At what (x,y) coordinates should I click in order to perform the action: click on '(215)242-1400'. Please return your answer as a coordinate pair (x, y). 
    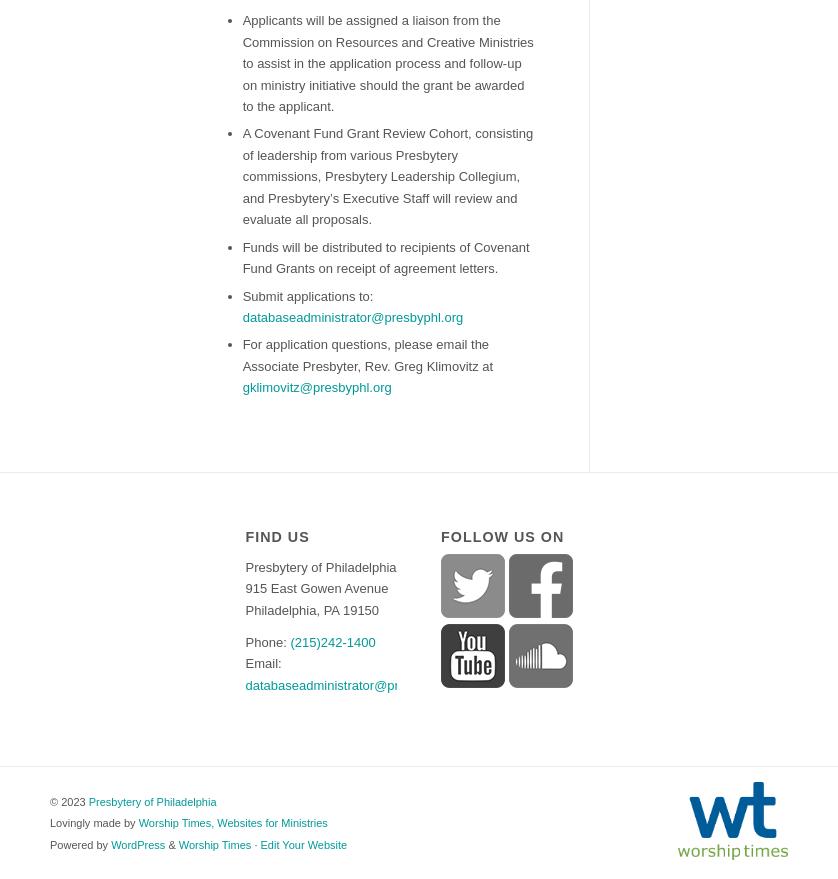
    Looking at the image, I should click on (331, 640).